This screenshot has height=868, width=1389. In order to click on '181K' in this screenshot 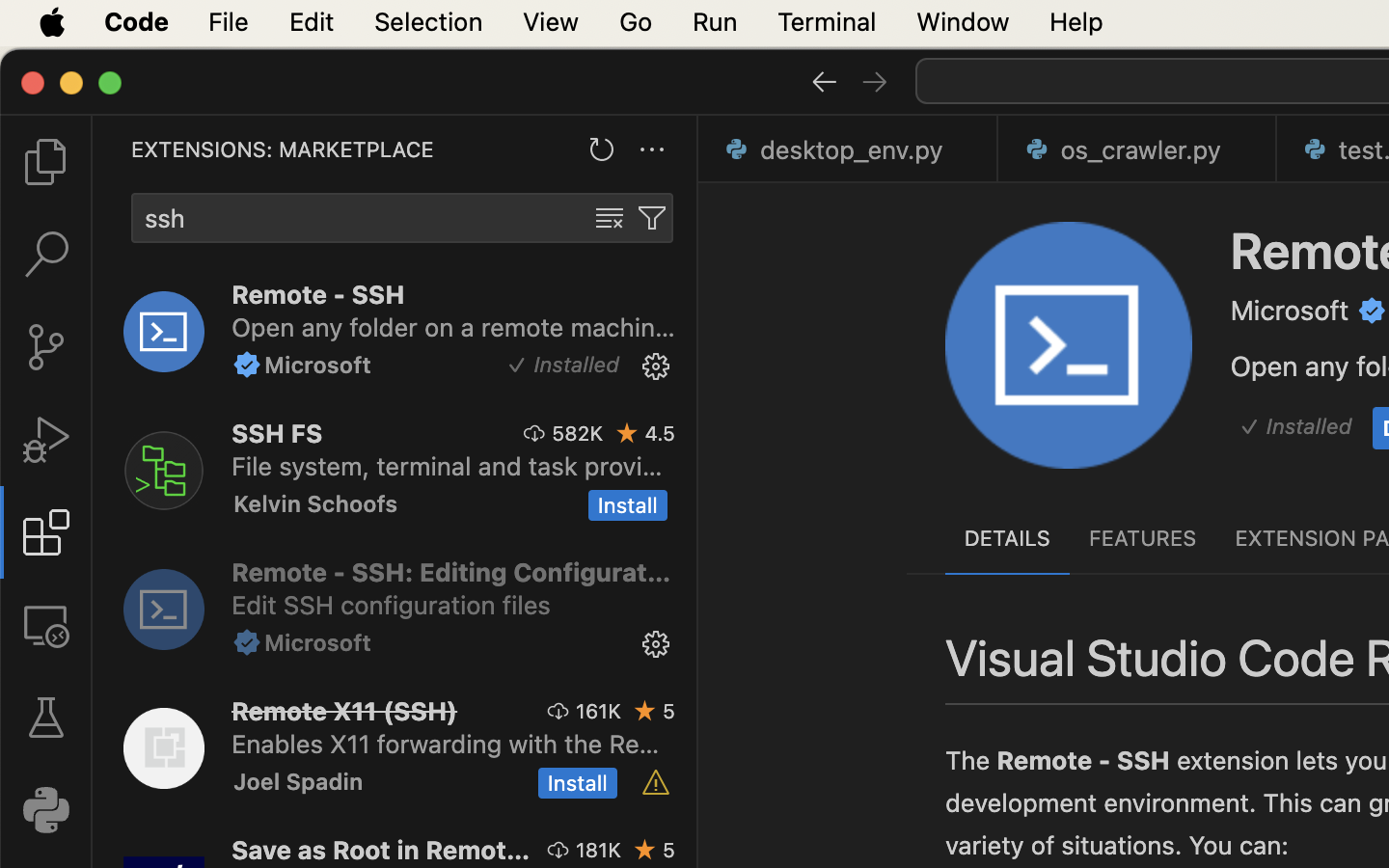, I will do `click(597, 850)`.